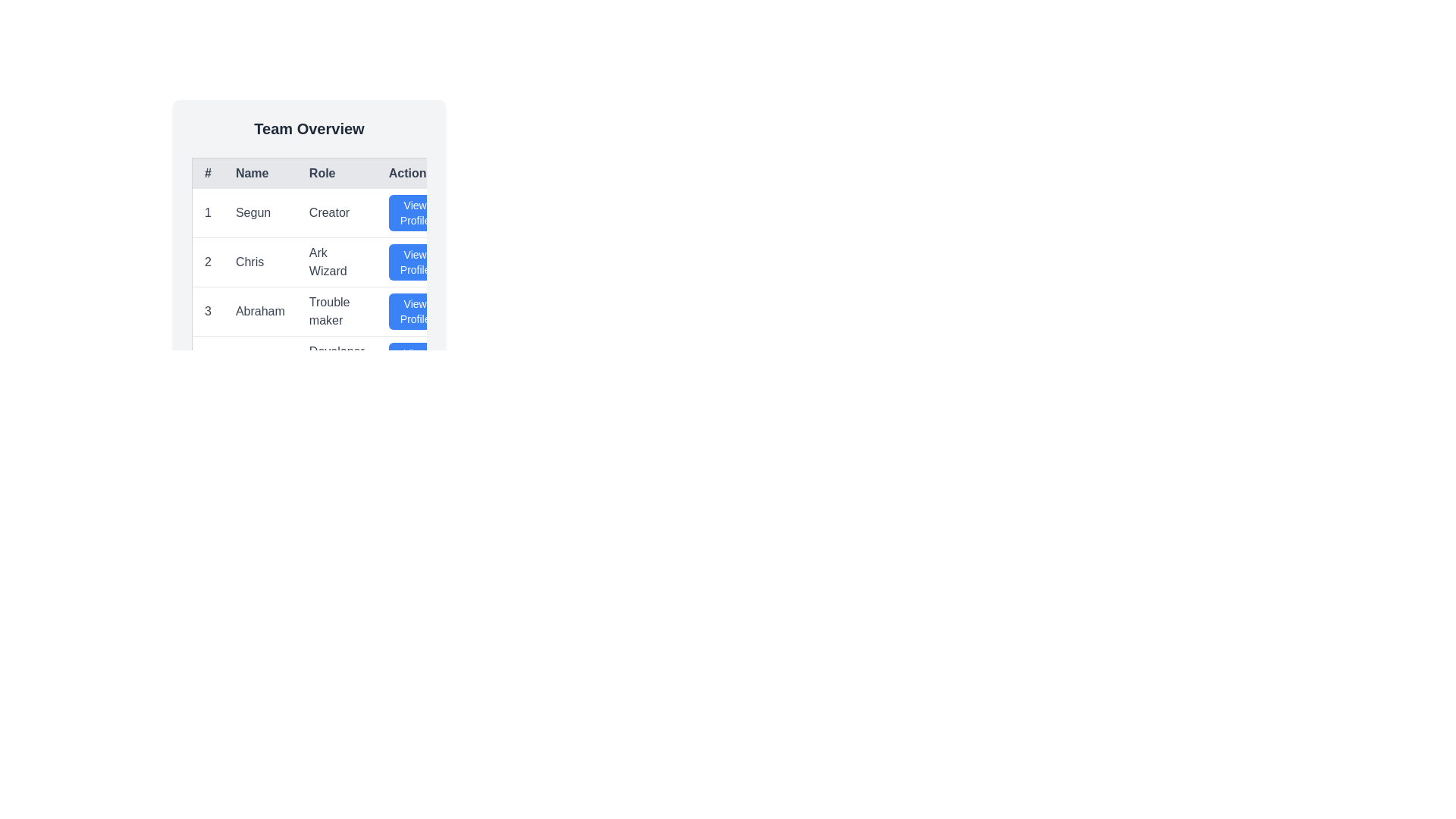  What do you see at coordinates (422, 360) in the screenshot?
I see `the 'View Profile' button in the 'Action' column of the 'Team Overview' table, which is the third button in the fourth row` at bounding box center [422, 360].